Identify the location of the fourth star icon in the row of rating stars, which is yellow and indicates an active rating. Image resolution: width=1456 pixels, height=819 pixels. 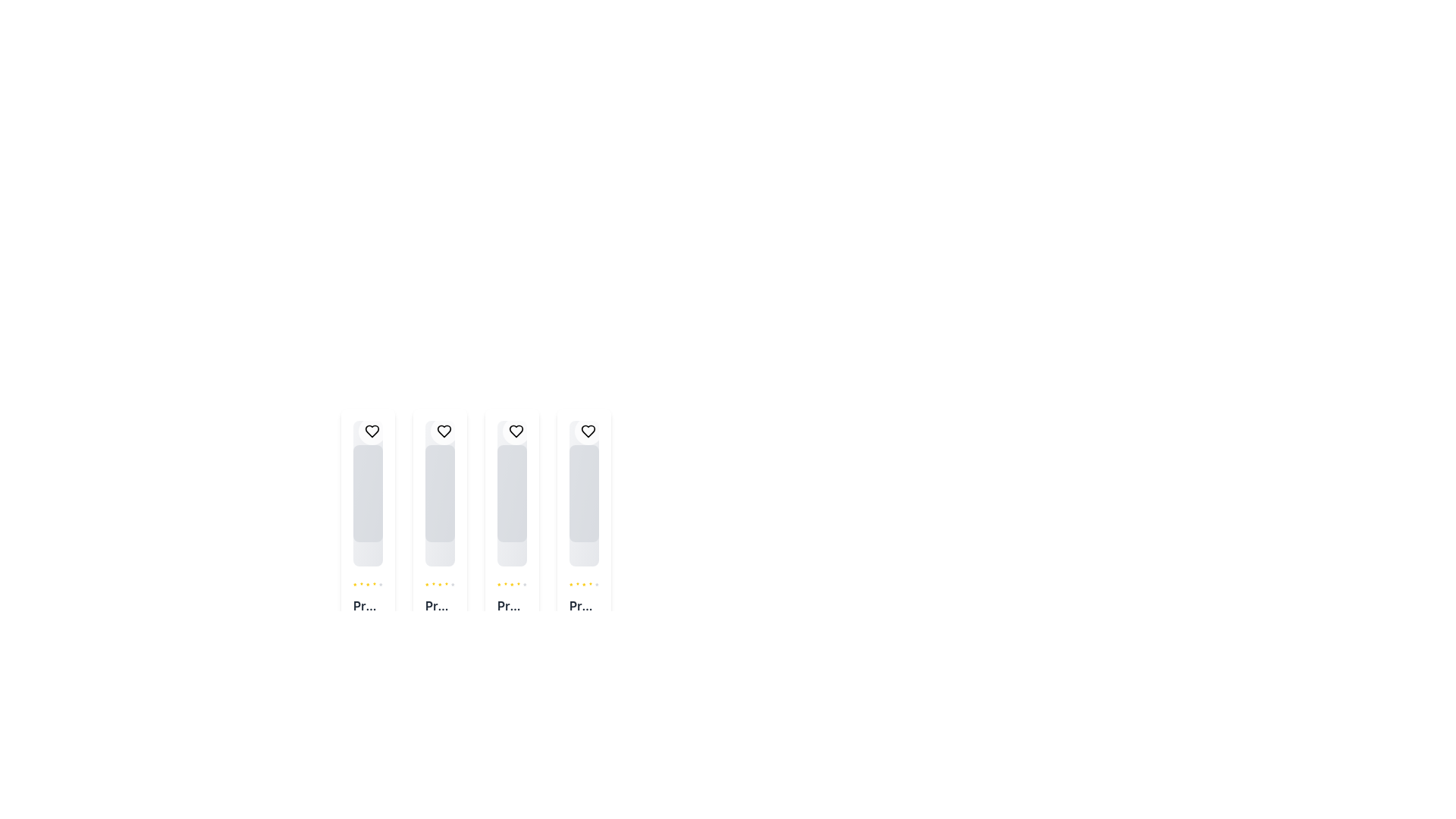
(583, 584).